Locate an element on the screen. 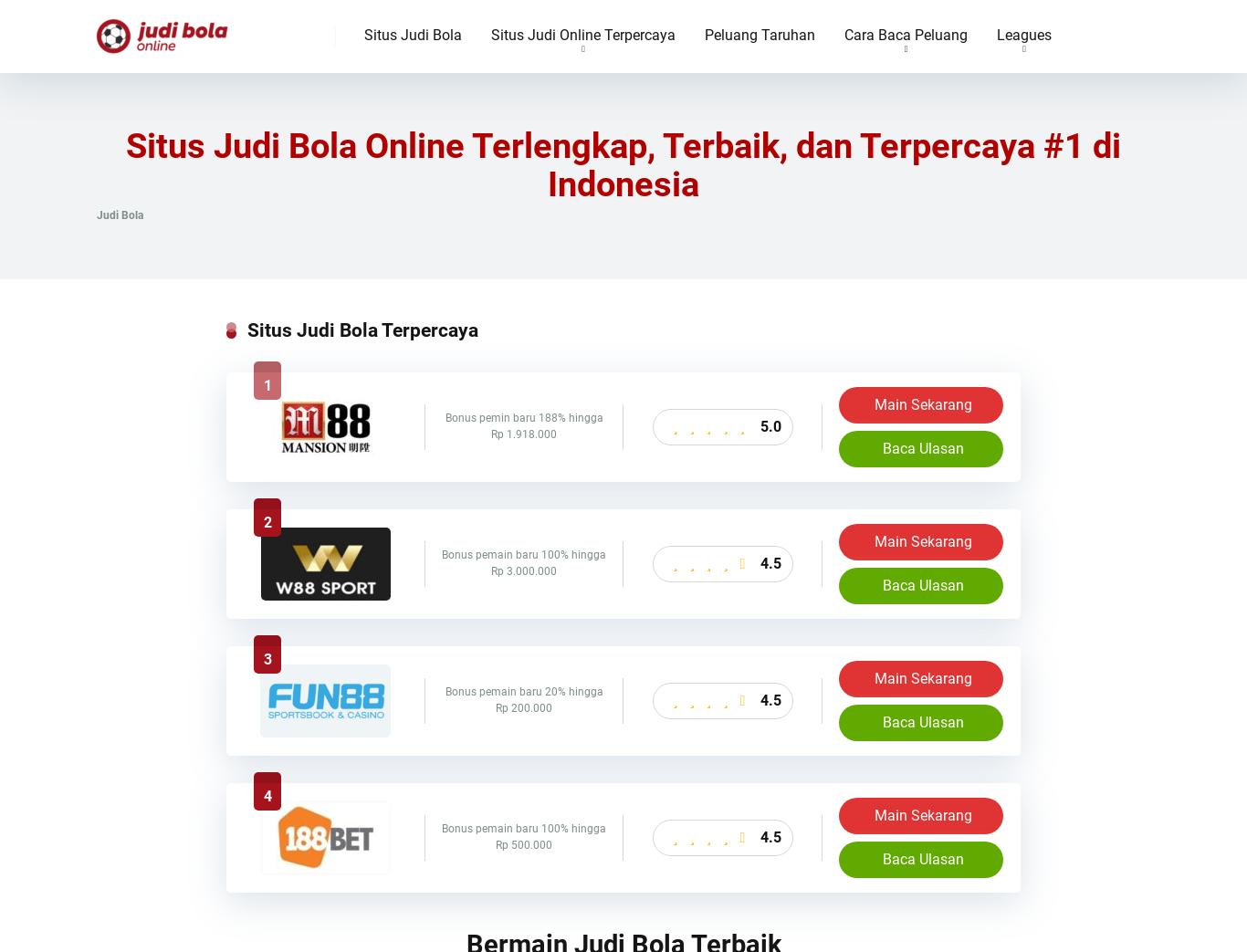 This screenshot has height=952, width=1247. 'Bonus pemain baru 20% hingga Rp 200.000' is located at coordinates (522, 698).